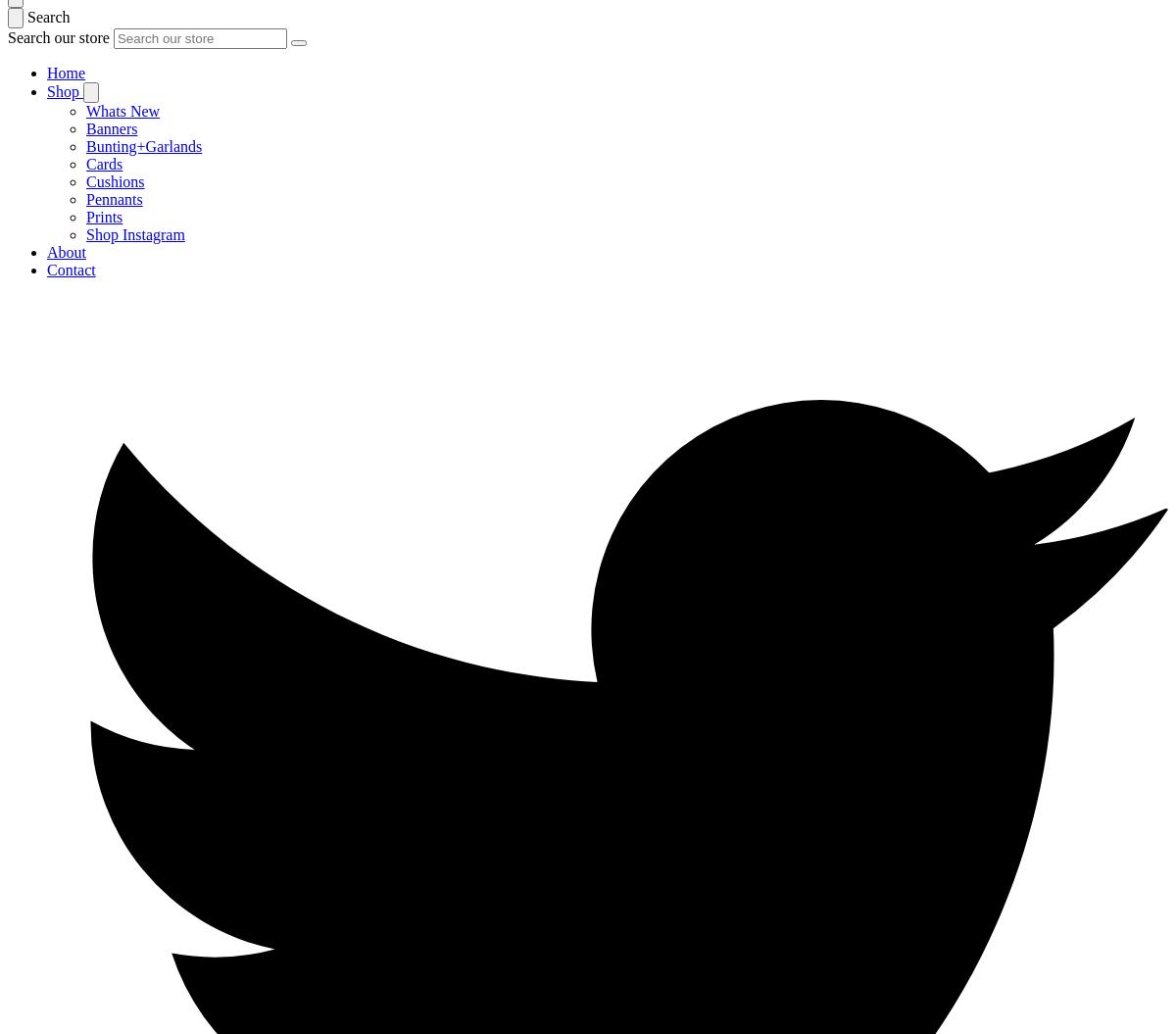  Describe the element at coordinates (144, 146) in the screenshot. I see `'Bunting+Garlands'` at that location.